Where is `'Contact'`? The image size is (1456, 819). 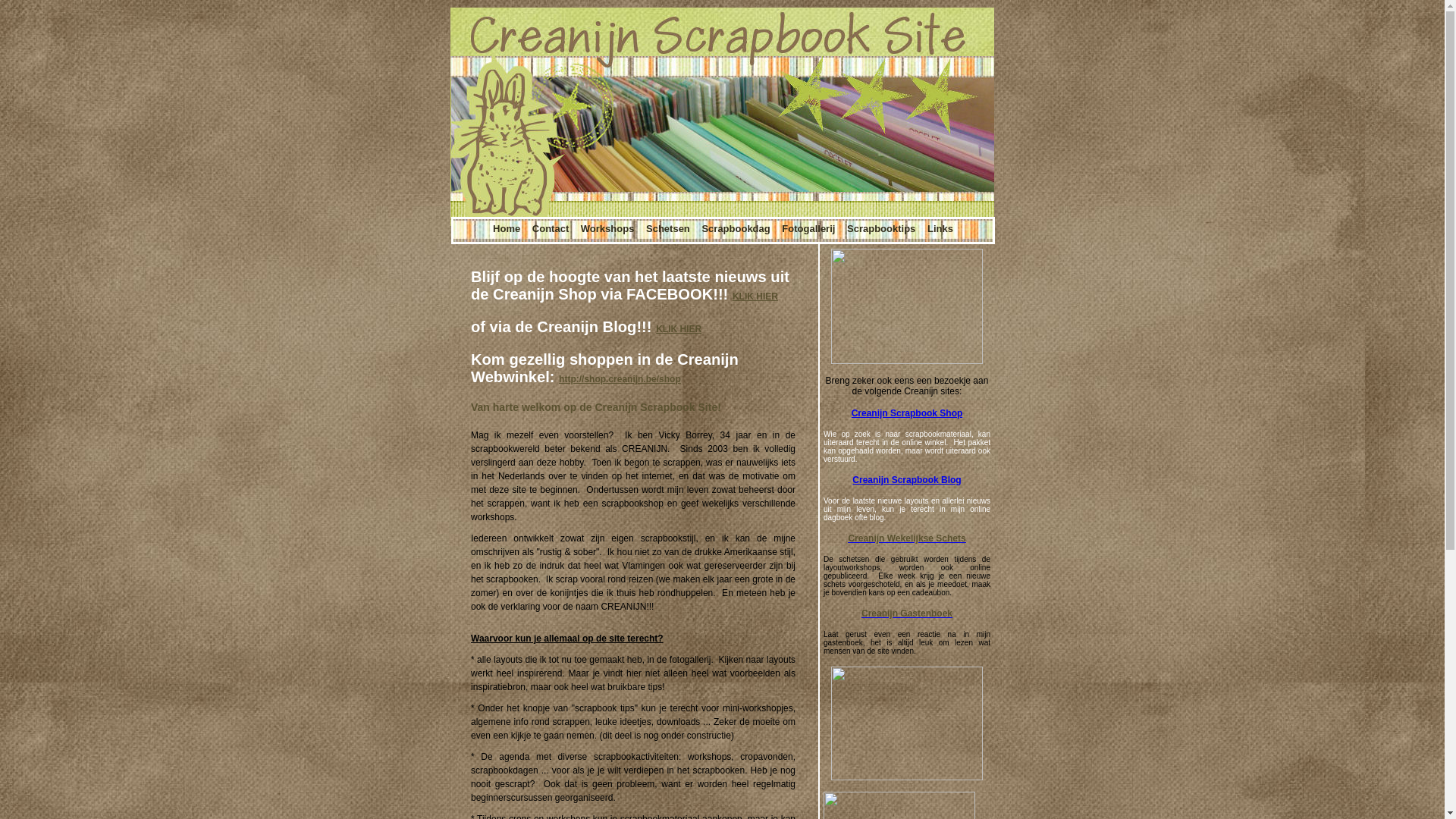 'Contact' is located at coordinates (551, 228).